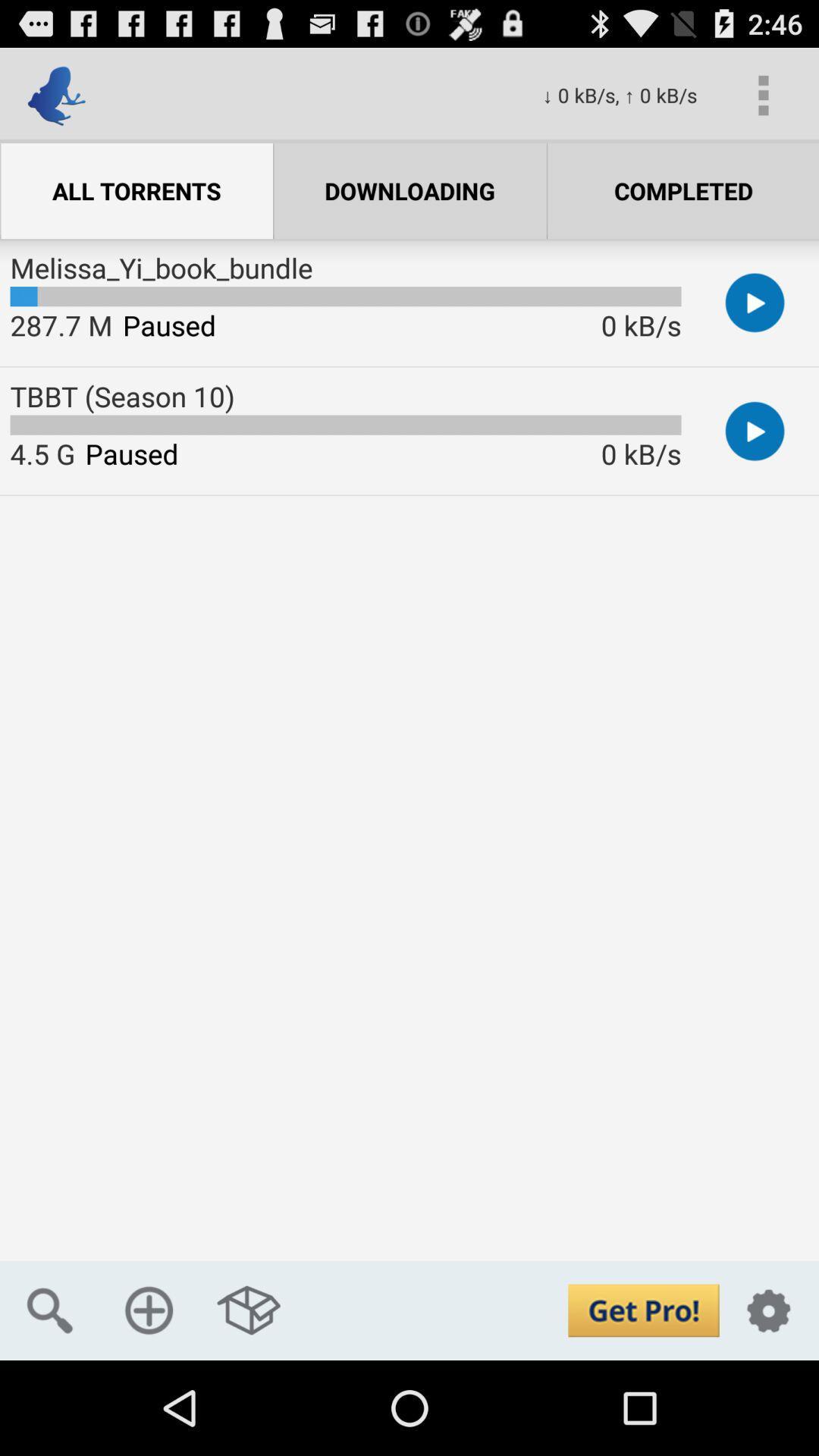 The height and width of the screenshot is (1456, 819). What do you see at coordinates (149, 1401) in the screenshot?
I see `the add icon` at bounding box center [149, 1401].